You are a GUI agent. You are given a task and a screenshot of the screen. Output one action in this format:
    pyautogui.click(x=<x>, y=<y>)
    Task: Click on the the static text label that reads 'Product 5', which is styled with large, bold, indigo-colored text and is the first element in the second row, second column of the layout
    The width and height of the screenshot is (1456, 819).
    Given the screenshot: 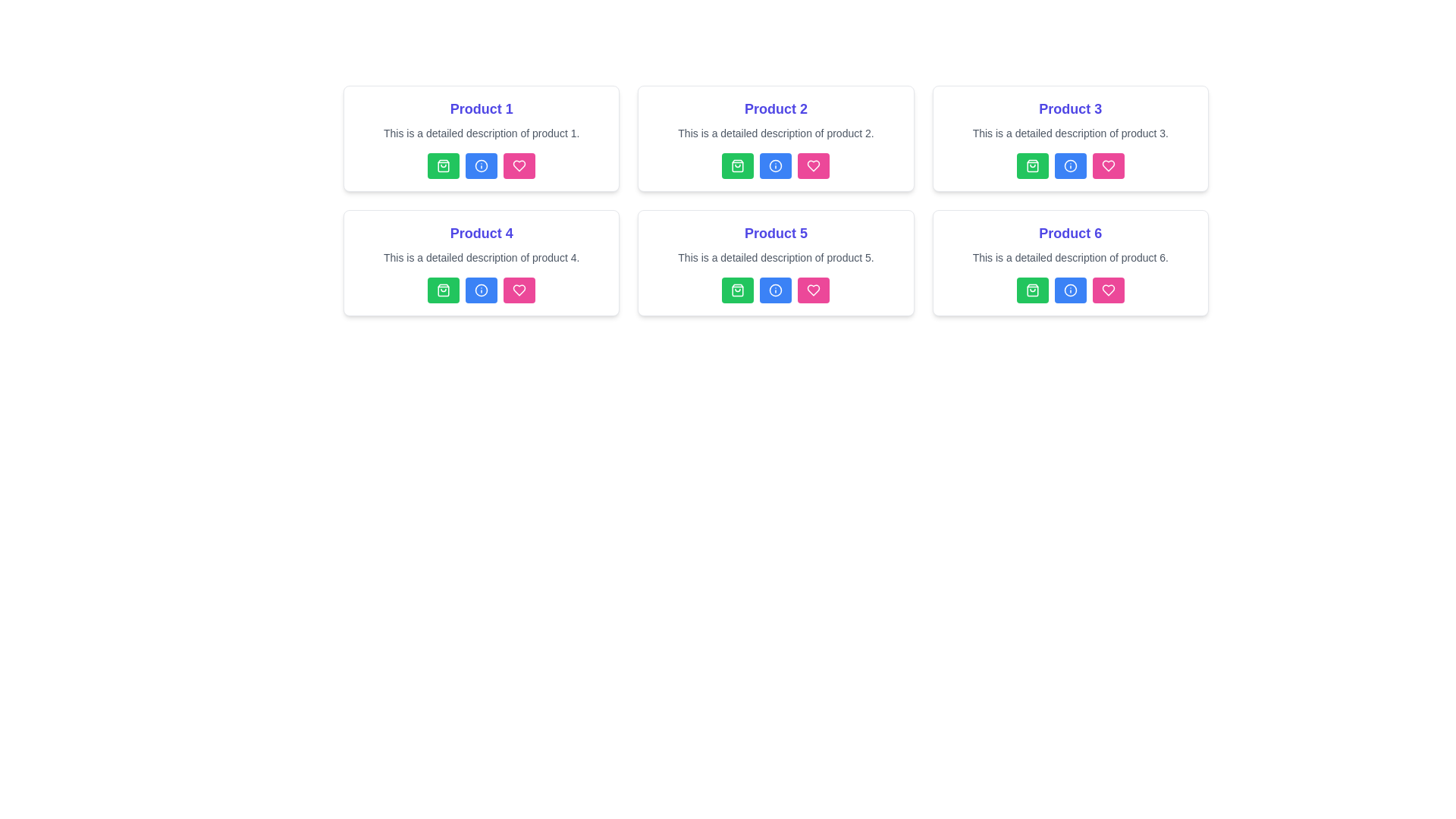 What is the action you would take?
    pyautogui.click(x=776, y=234)
    